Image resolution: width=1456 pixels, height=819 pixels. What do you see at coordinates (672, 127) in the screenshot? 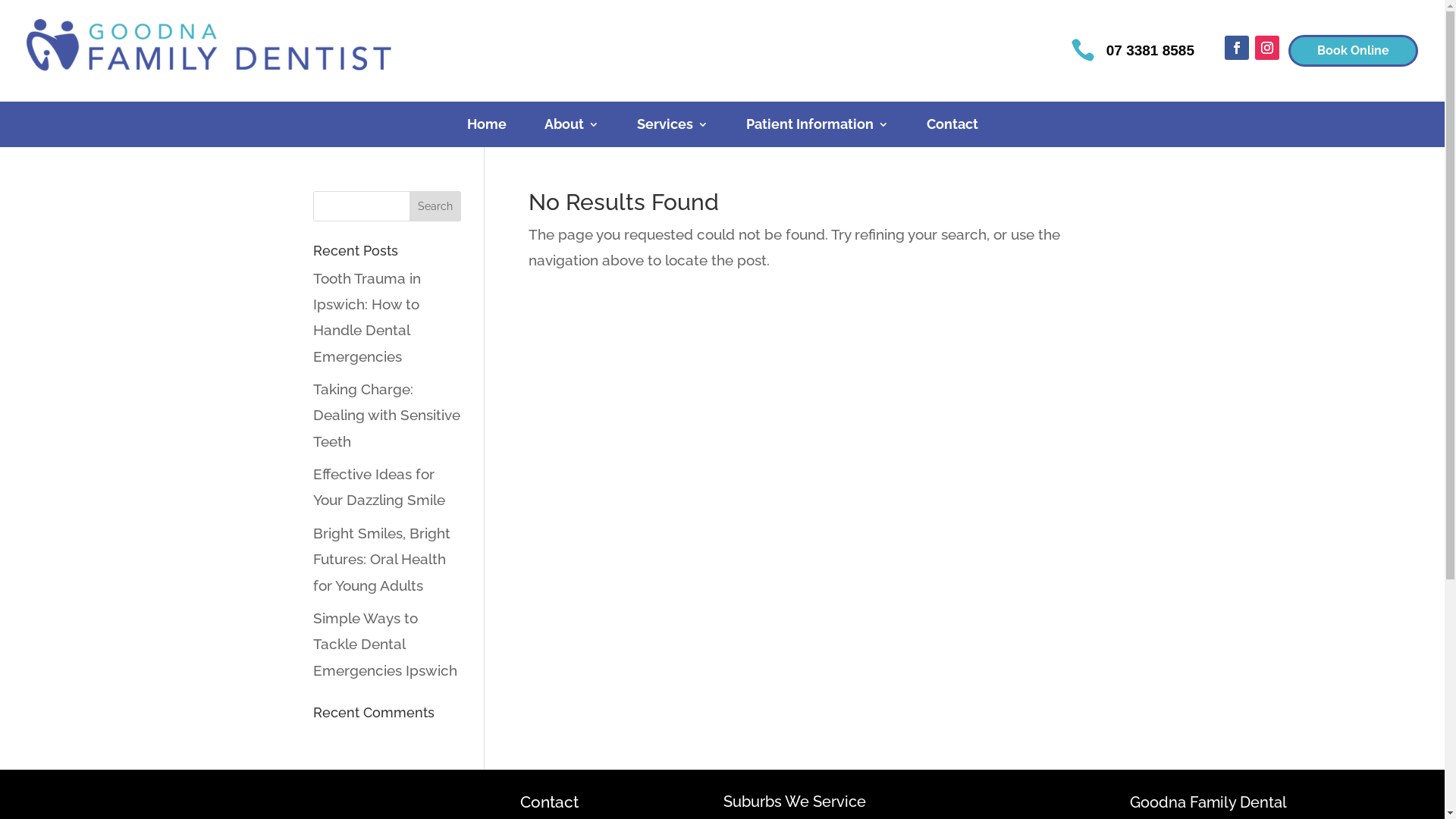
I see `'Services'` at bounding box center [672, 127].